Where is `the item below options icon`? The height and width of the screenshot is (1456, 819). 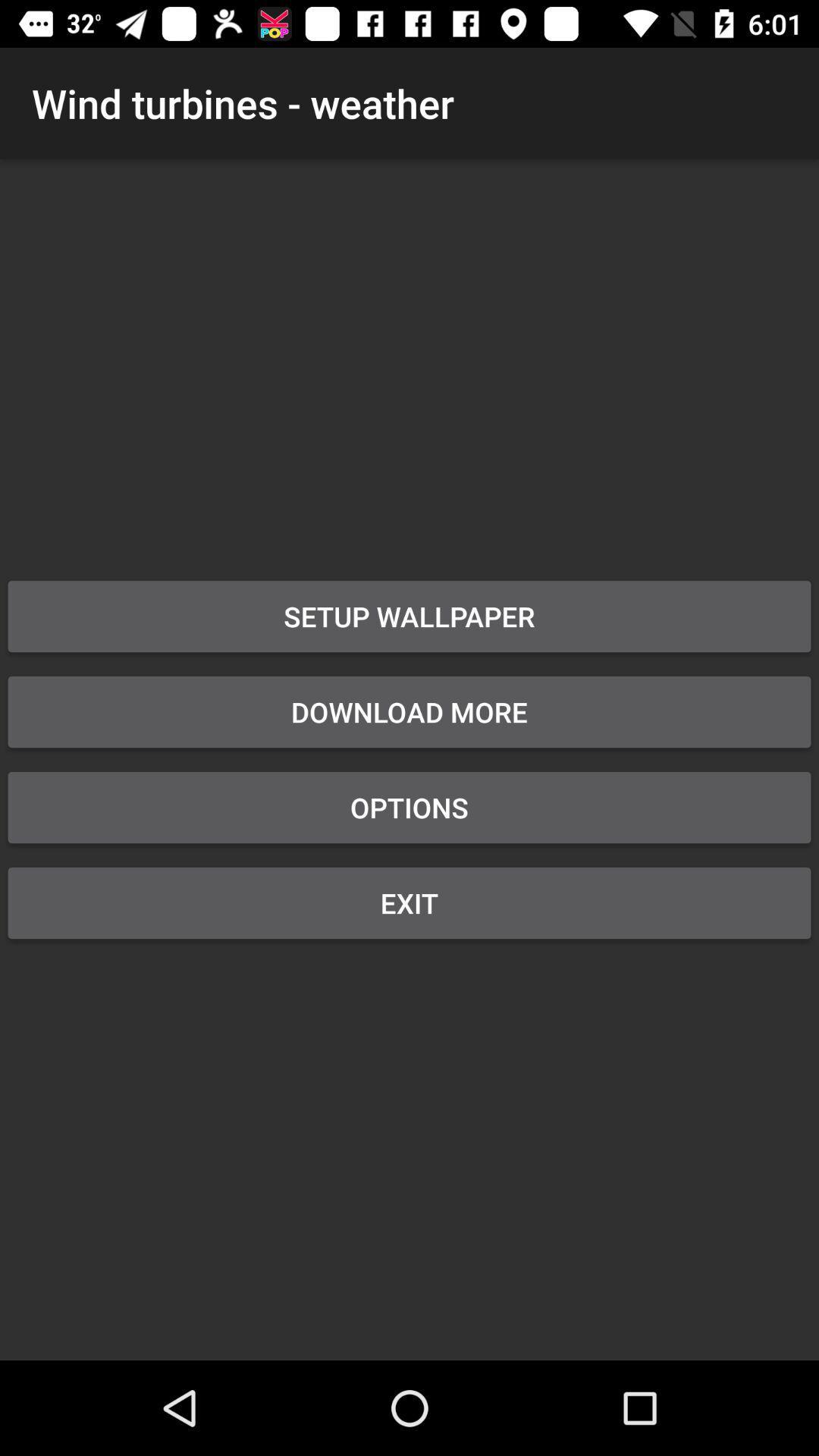 the item below options icon is located at coordinates (409, 902).